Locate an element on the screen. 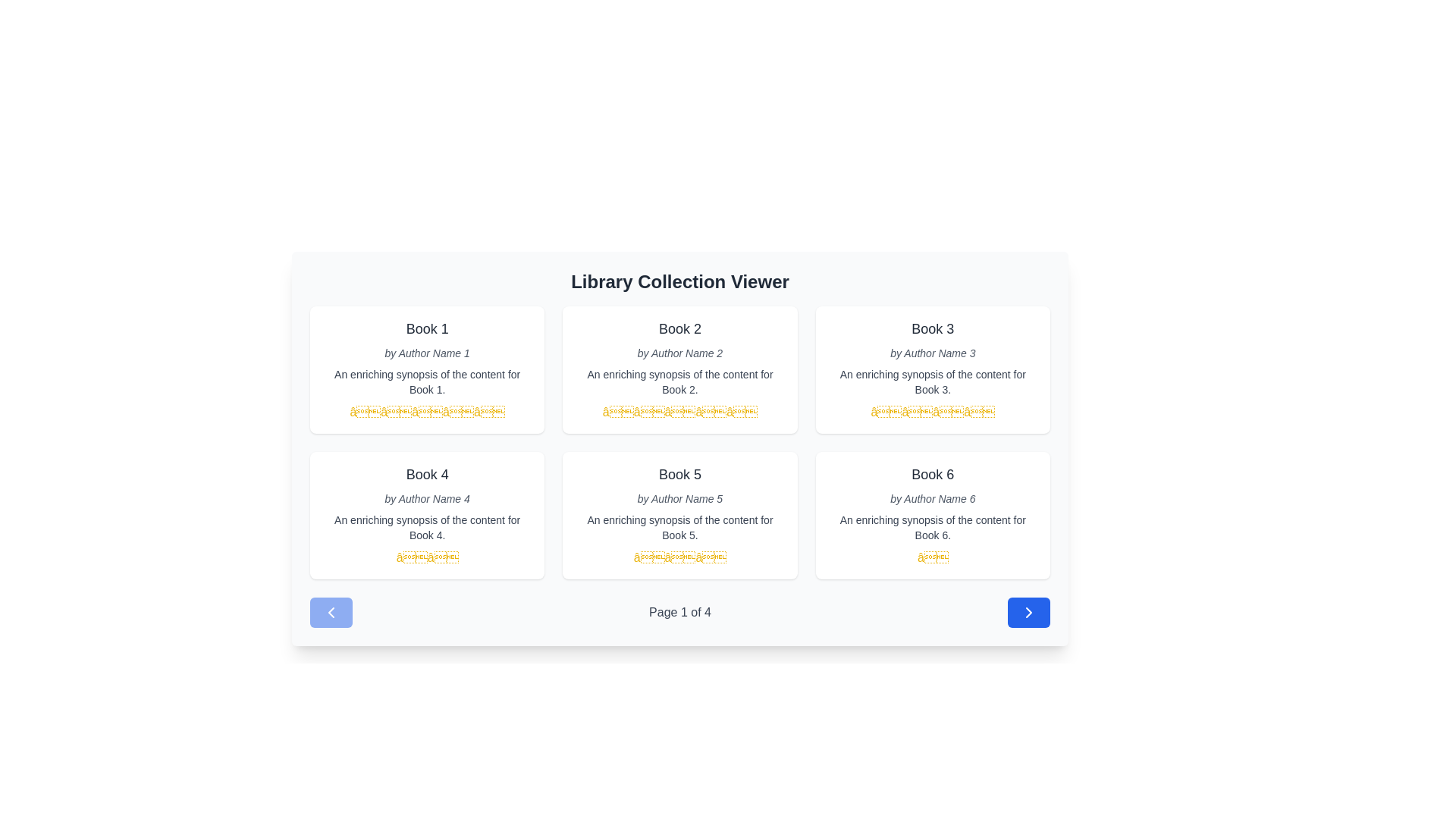  the first yellow star icon in the series of five stars below the title, author name, and synopsis of 'Book 2' is located at coordinates (618, 412).